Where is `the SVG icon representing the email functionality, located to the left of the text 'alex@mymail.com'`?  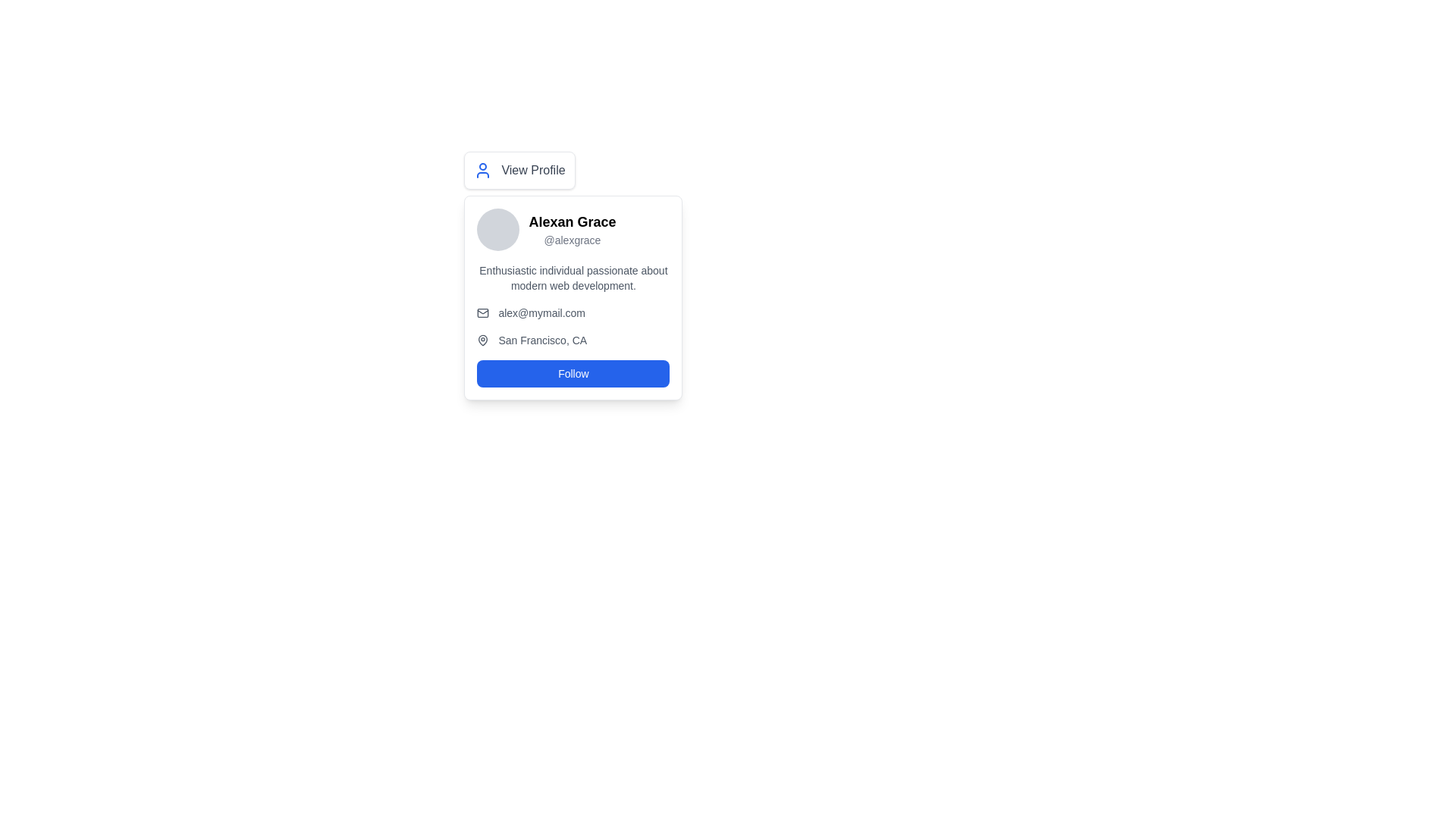 the SVG icon representing the email functionality, located to the left of the text 'alex@mymail.com' is located at coordinates (482, 312).